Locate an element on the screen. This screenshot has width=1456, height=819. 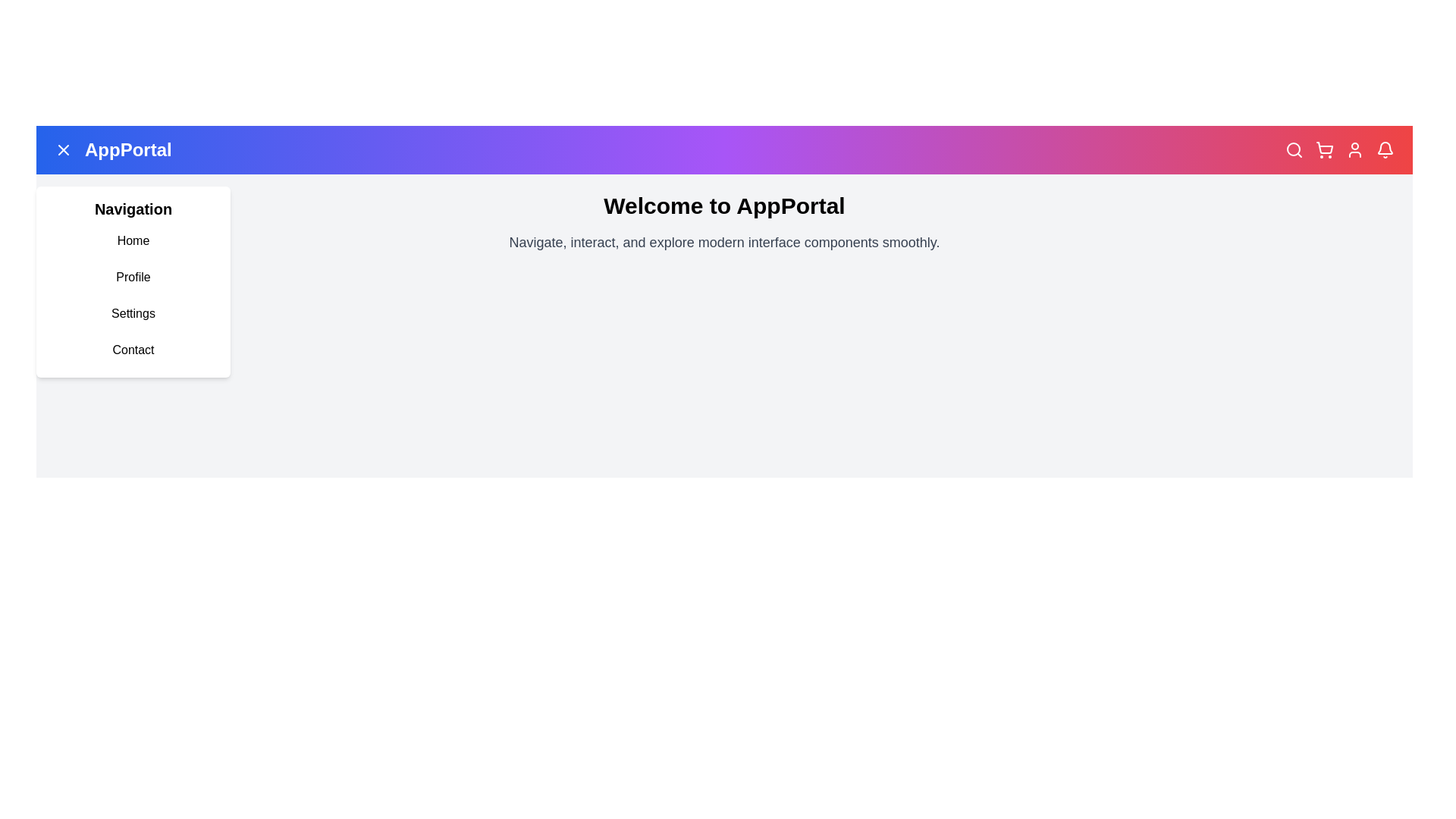
the central circular feature of the magnifying glass icon located in the top-right corner of the navigation bar is located at coordinates (1292, 149).